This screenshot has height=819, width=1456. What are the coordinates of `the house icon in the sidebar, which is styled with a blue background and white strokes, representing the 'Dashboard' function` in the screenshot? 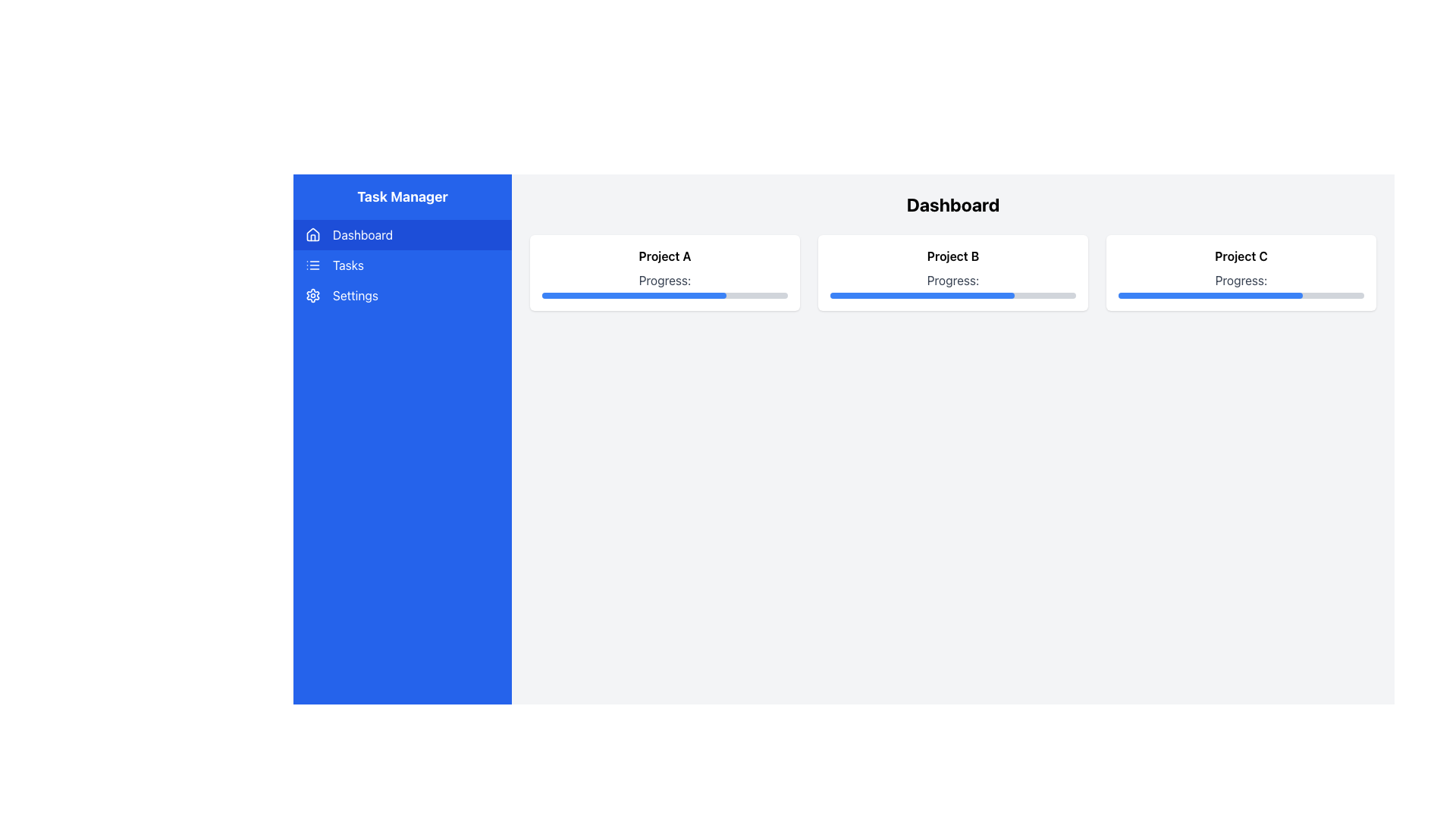 It's located at (312, 234).